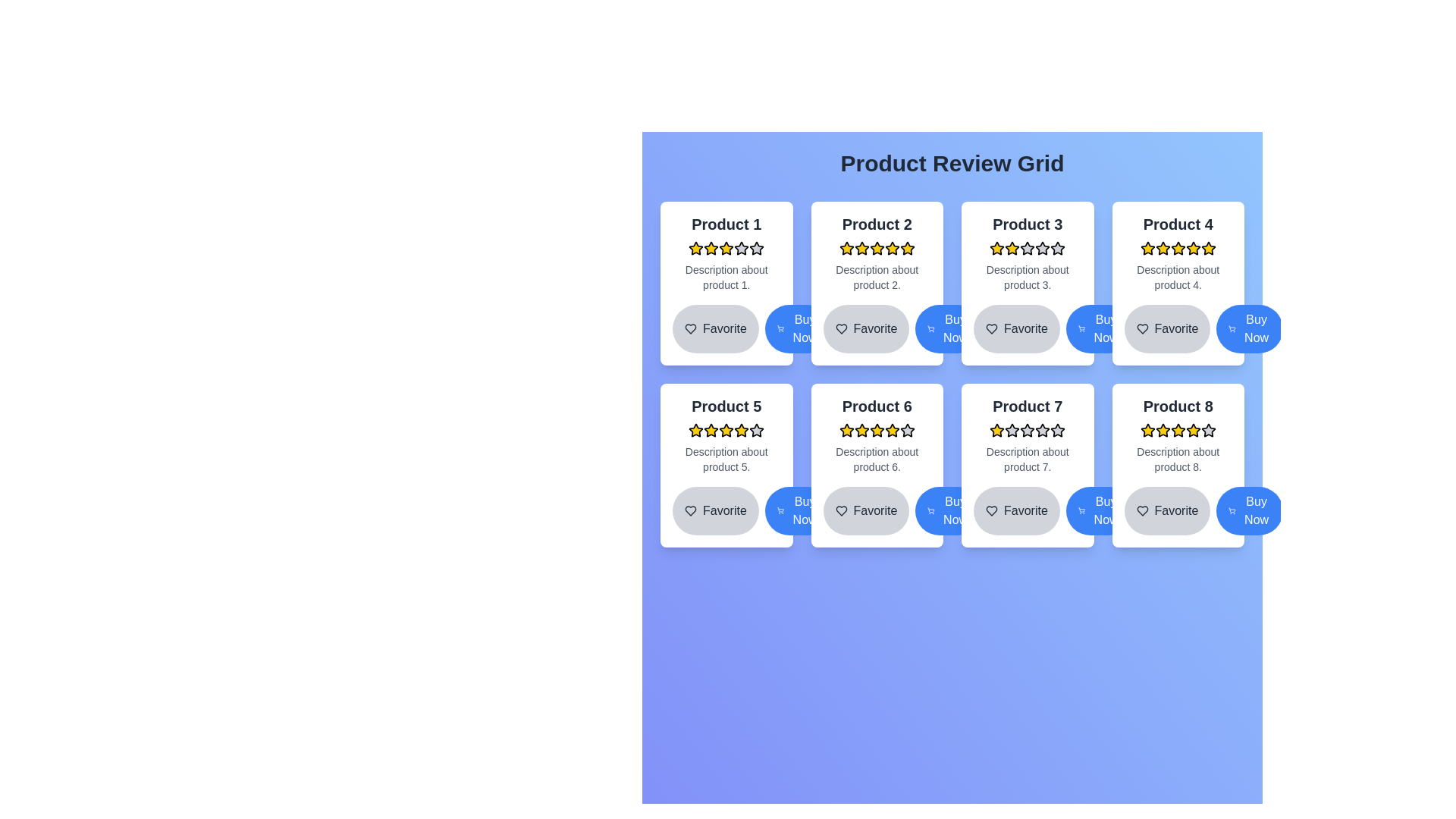 This screenshot has height=819, width=1456. What do you see at coordinates (1012, 430) in the screenshot?
I see `the first rating star for 'Product 7' to indicate rating intention` at bounding box center [1012, 430].